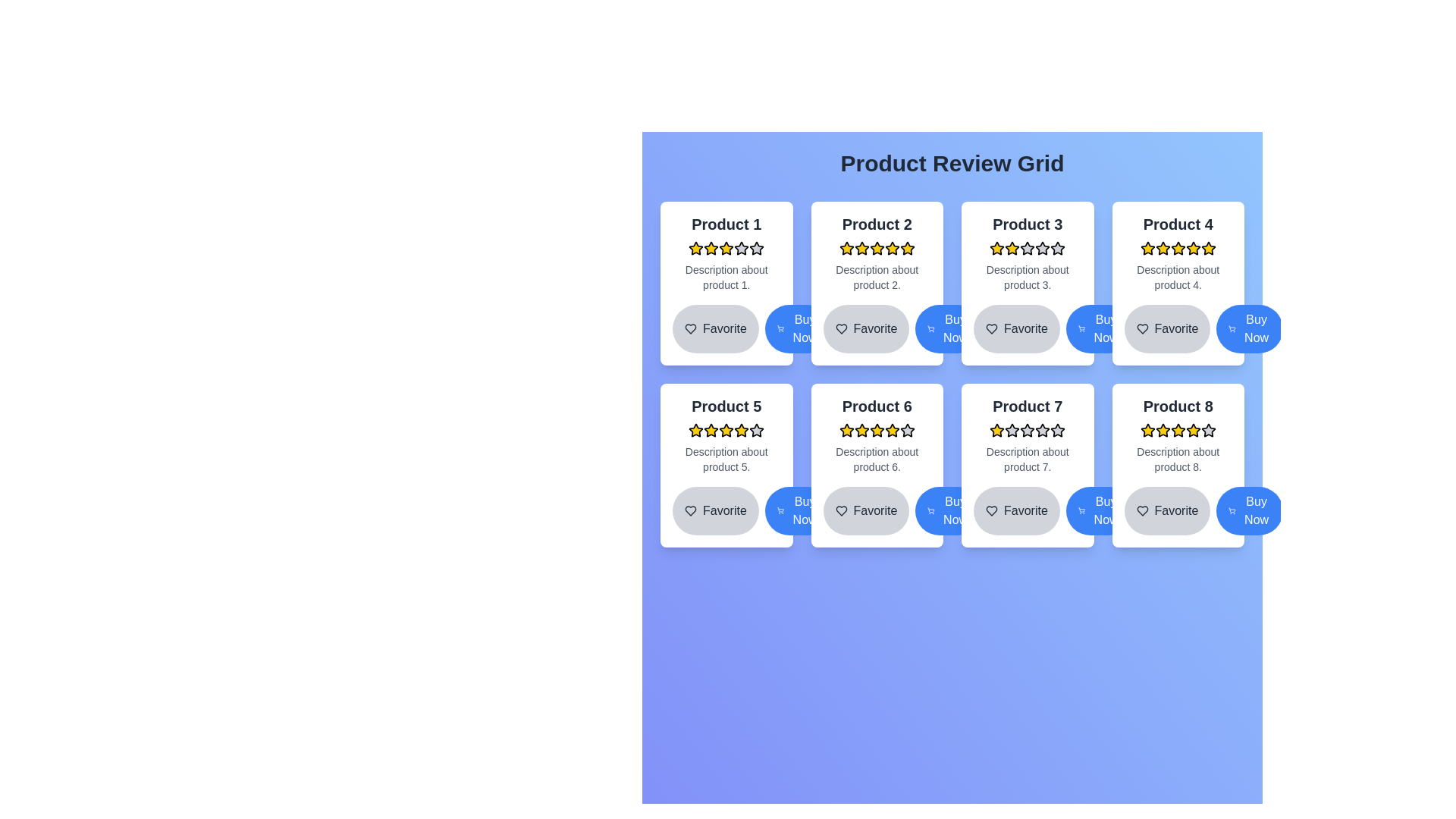 This screenshot has height=819, width=1456. What do you see at coordinates (1012, 430) in the screenshot?
I see `the first rating star for 'Product 7' to indicate rating intention` at bounding box center [1012, 430].